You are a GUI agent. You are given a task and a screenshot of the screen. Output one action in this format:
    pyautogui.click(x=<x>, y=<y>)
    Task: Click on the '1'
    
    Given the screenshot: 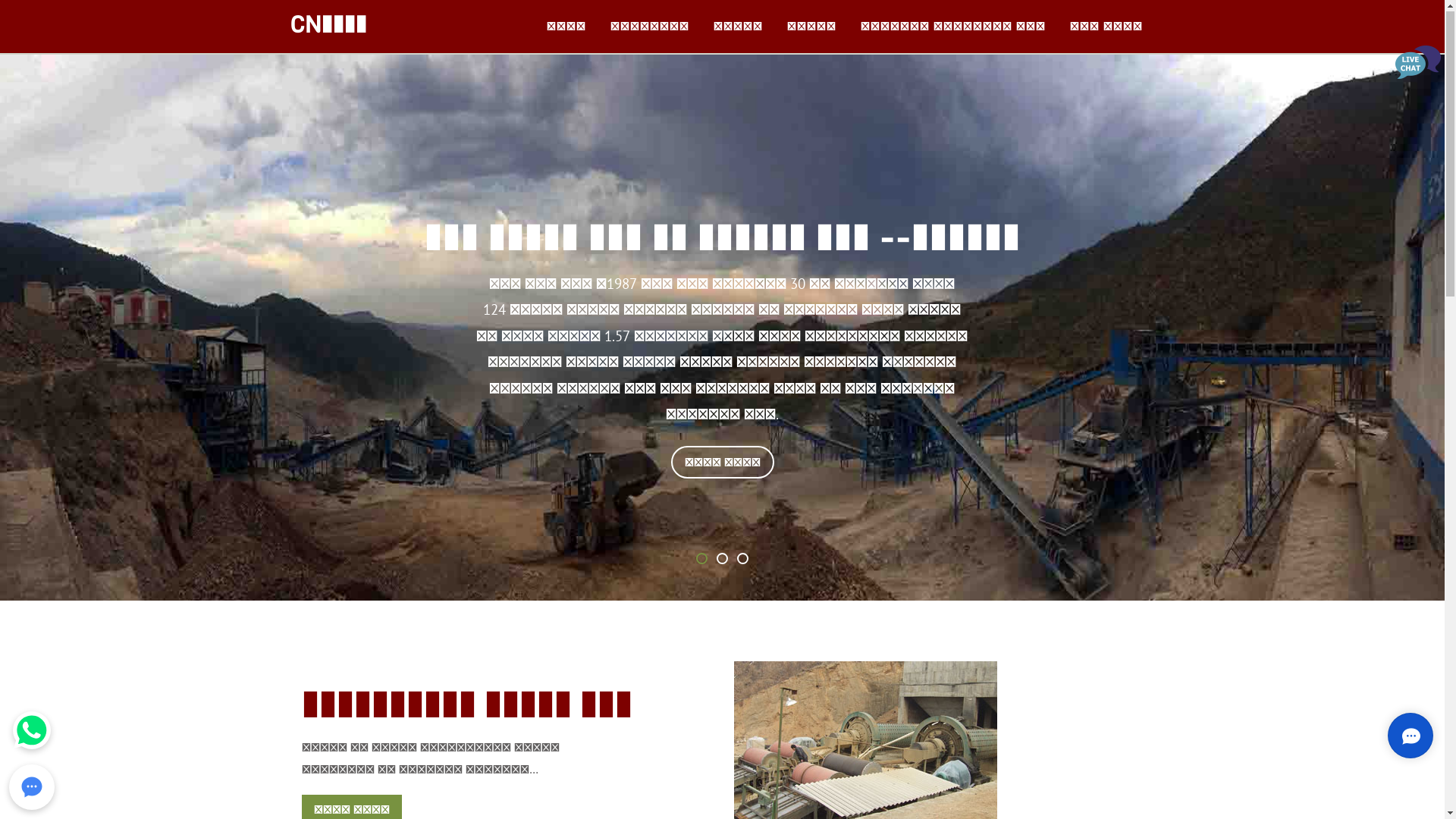 What is the action you would take?
    pyautogui.click(x=701, y=559)
    